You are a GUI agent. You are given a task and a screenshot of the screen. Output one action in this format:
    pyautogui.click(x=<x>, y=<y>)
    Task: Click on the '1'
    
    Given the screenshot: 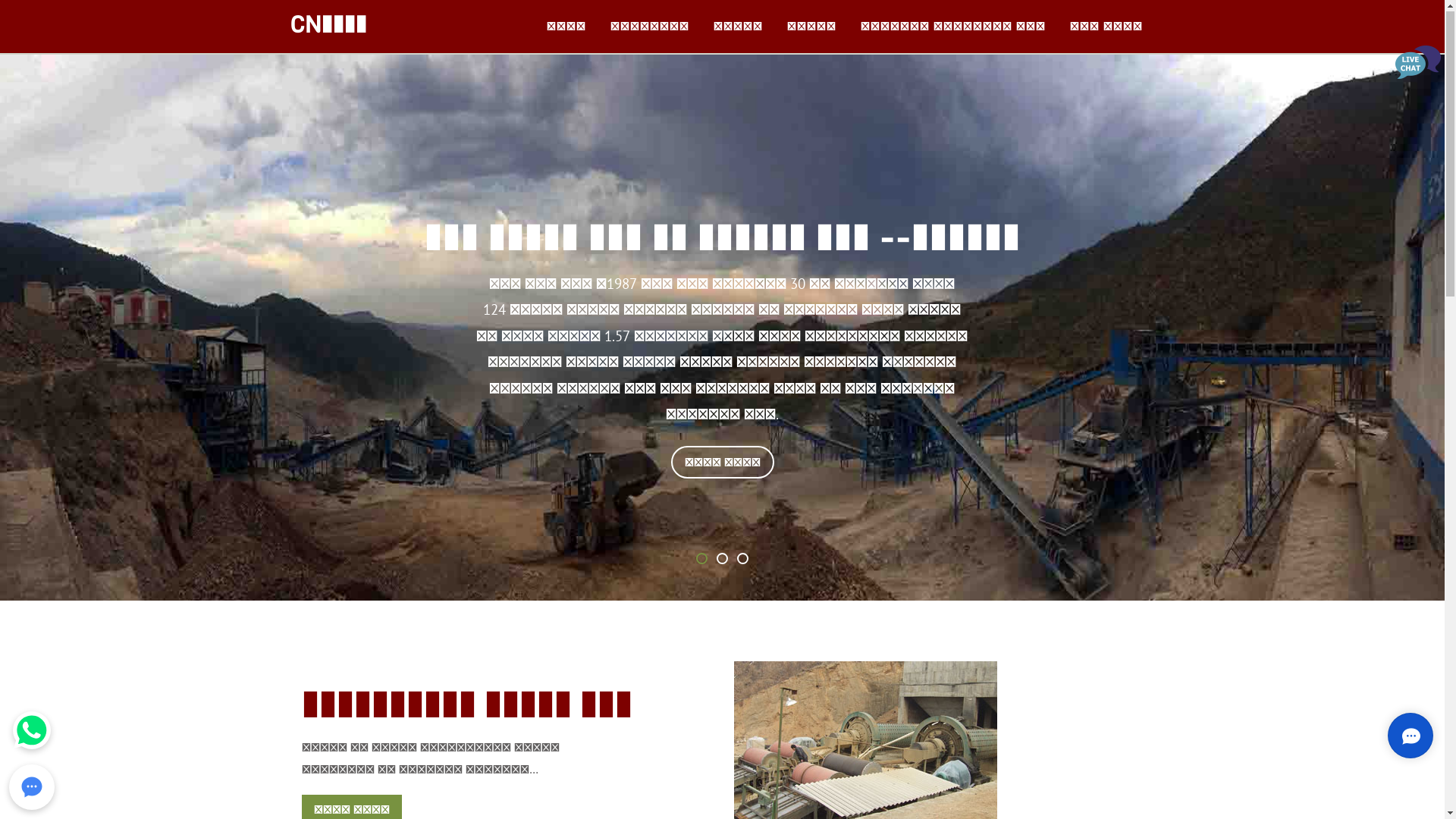 What is the action you would take?
    pyautogui.click(x=701, y=559)
    